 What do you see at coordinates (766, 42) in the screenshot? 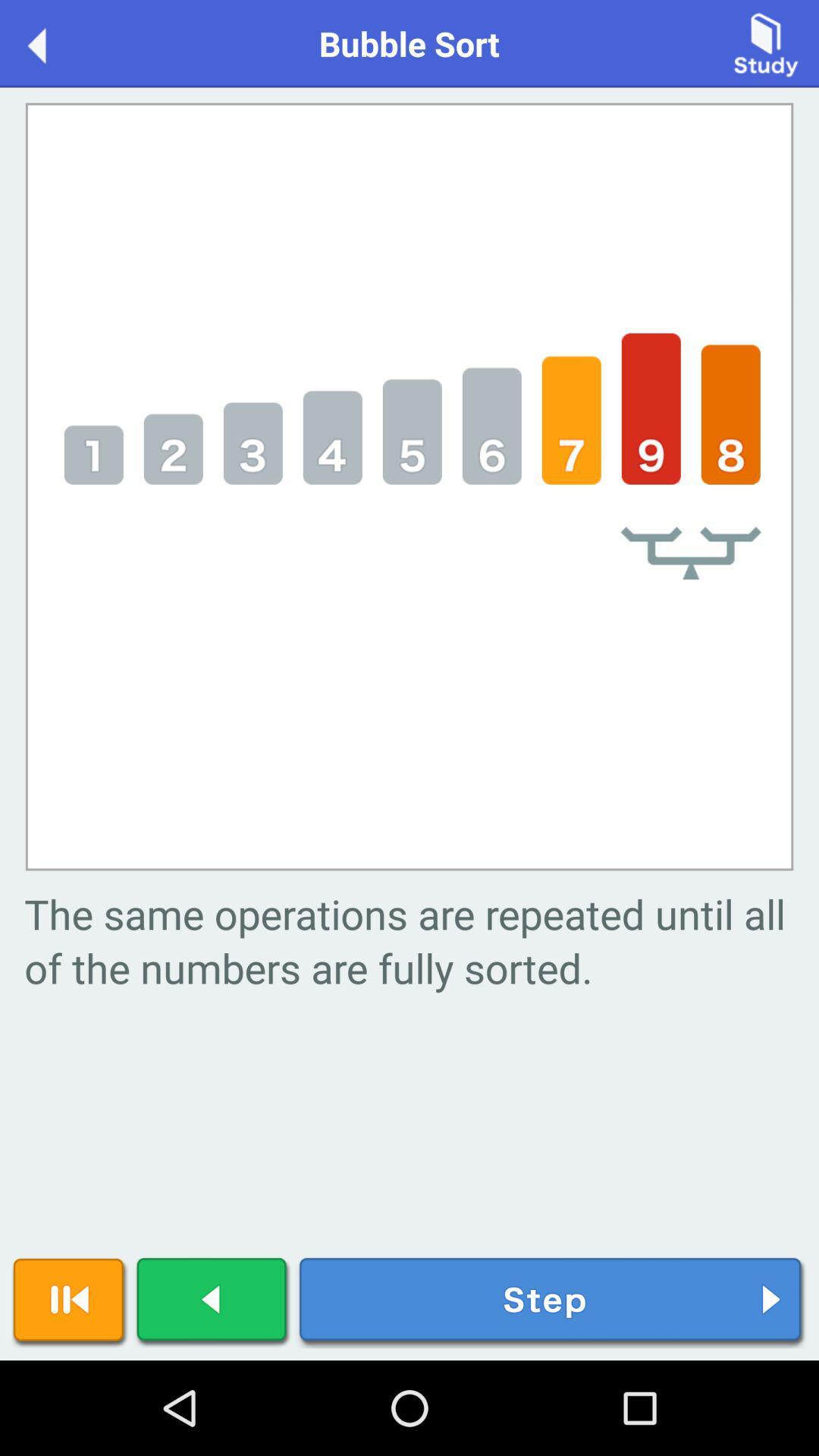
I see `study page` at bounding box center [766, 42].